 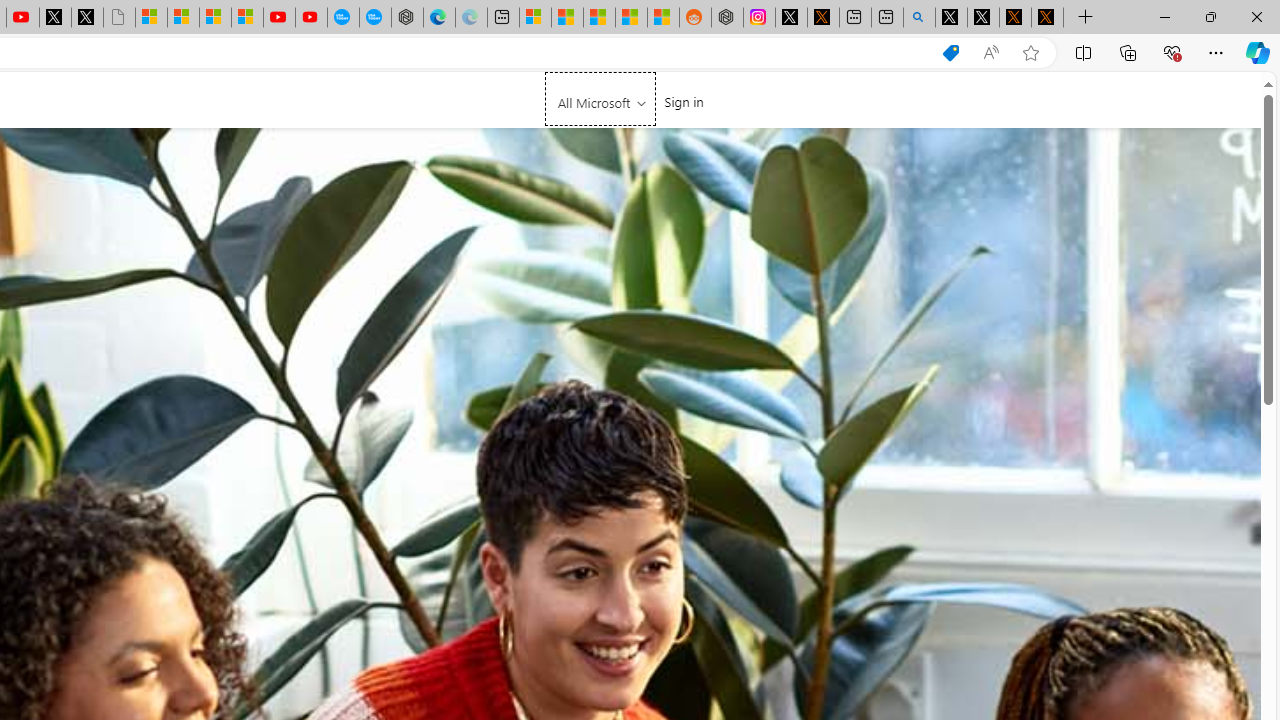 I want to click on 'Shanghai, China weather forecast | Microsoft Weather', so click(x=566, y=17).